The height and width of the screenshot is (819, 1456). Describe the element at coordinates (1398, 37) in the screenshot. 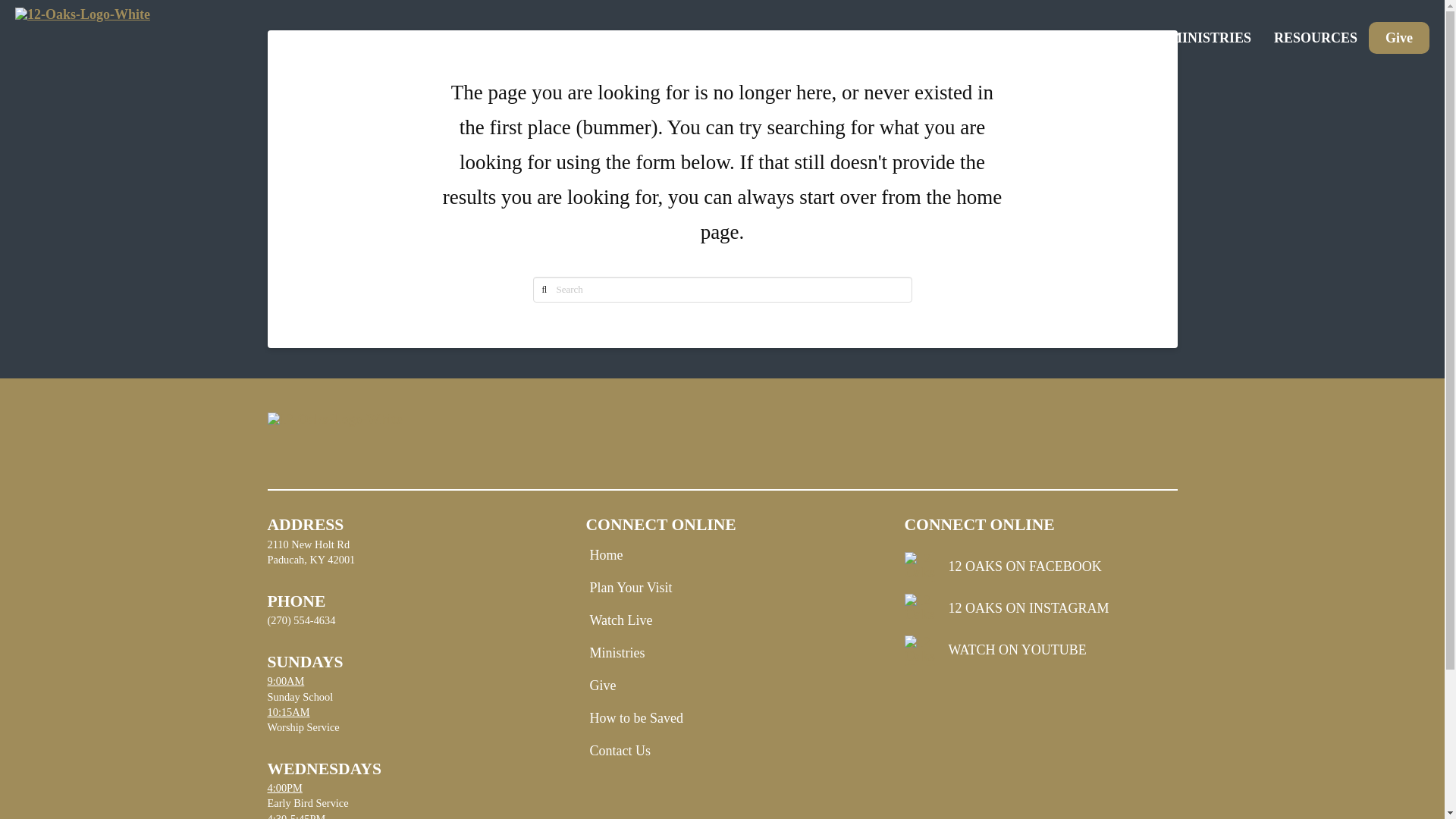

I see `'Give'` at that location.